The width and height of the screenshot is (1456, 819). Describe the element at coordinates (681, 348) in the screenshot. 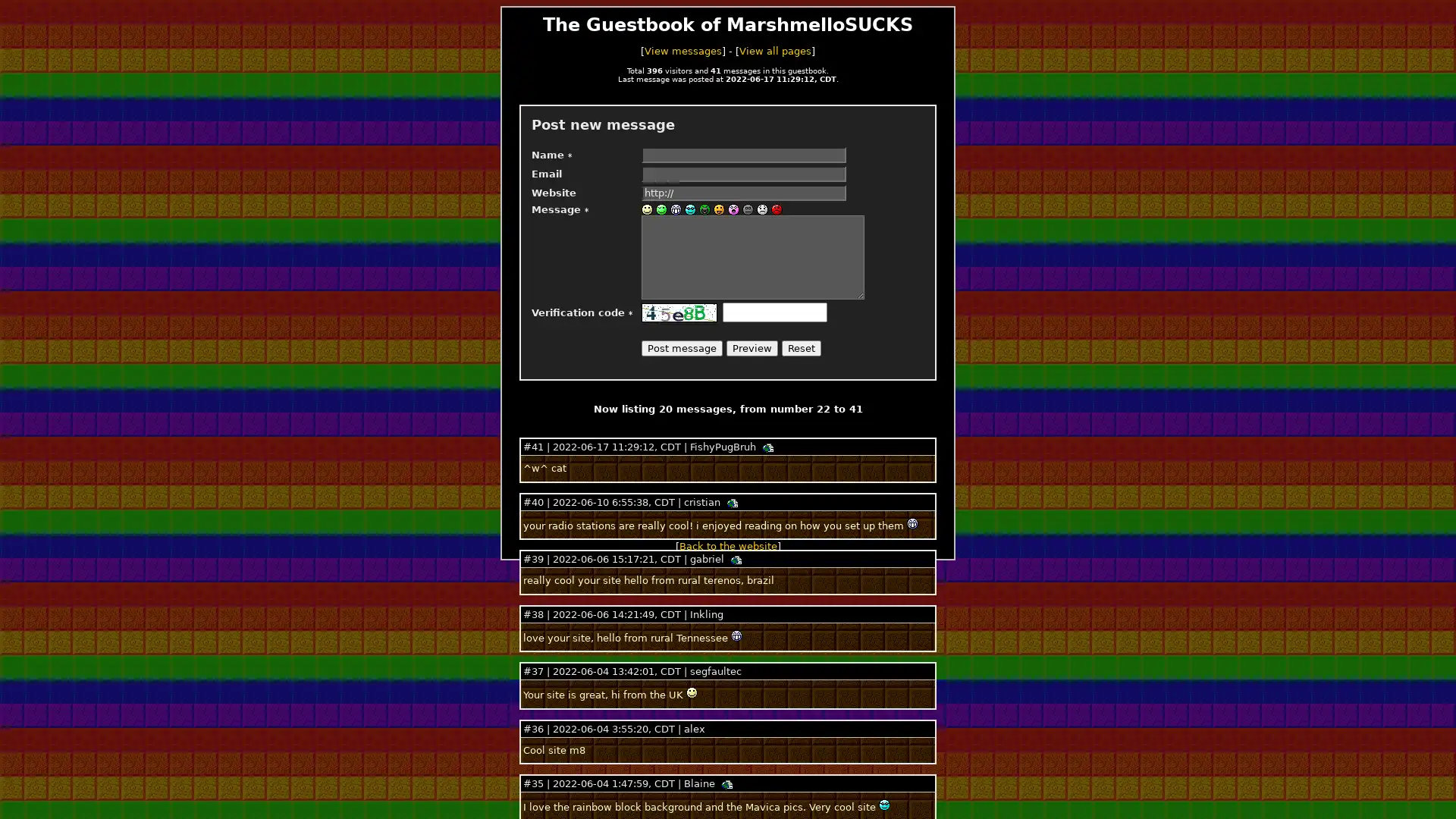

I see `Post message` at that location.